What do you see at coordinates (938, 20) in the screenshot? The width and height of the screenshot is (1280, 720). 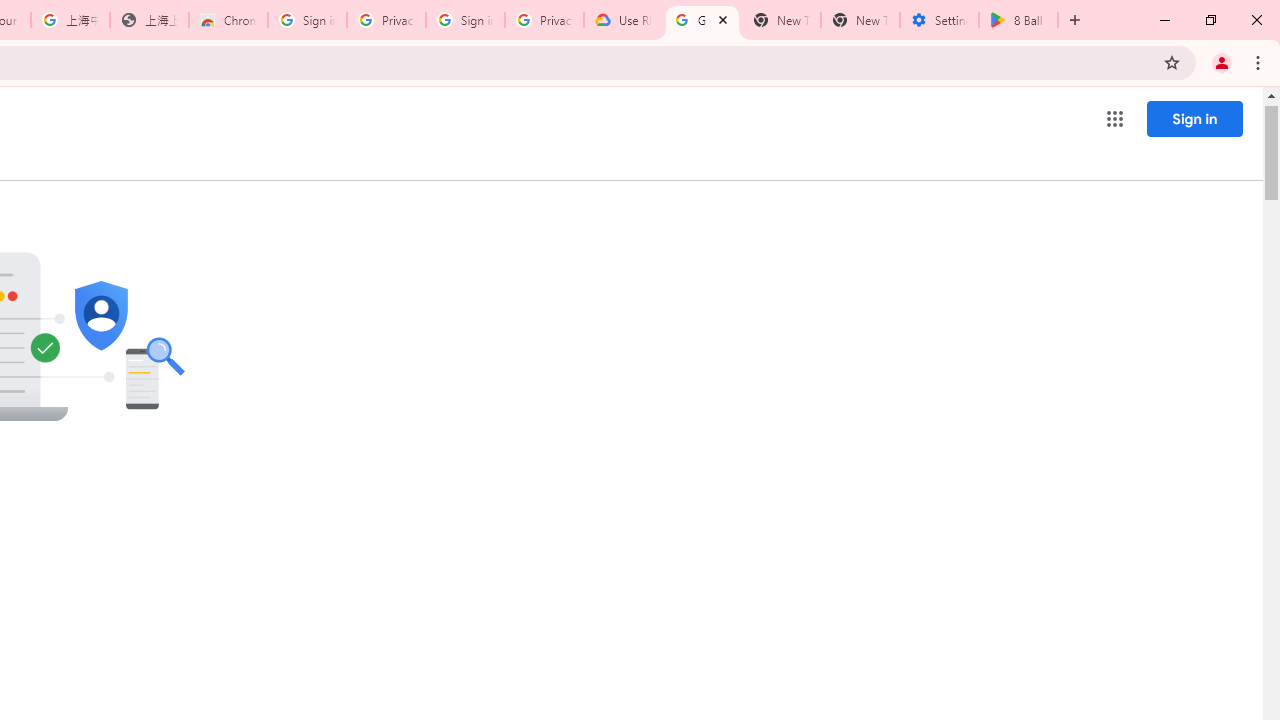 I see `'Settings - System'` at bounding box center [938, 20].